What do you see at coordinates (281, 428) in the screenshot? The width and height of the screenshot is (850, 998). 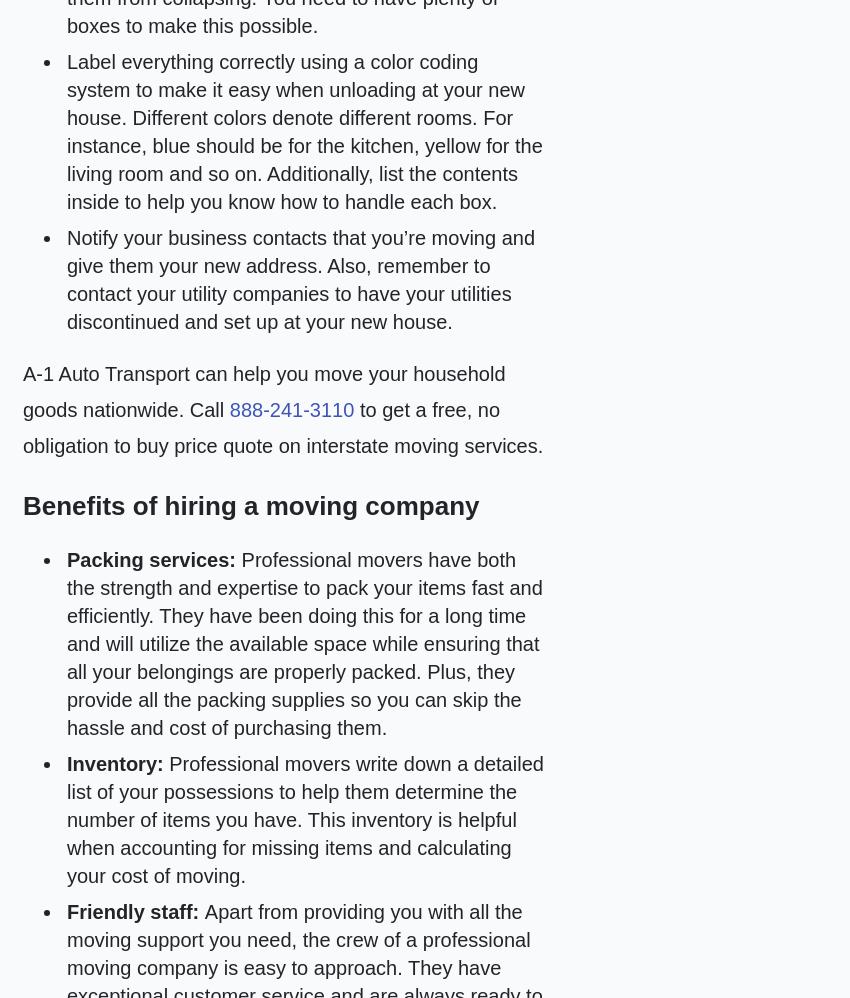 I see `'to get a free, no obligation to buy price quote on interstate moving services.'` at bounding box center [281, 428].